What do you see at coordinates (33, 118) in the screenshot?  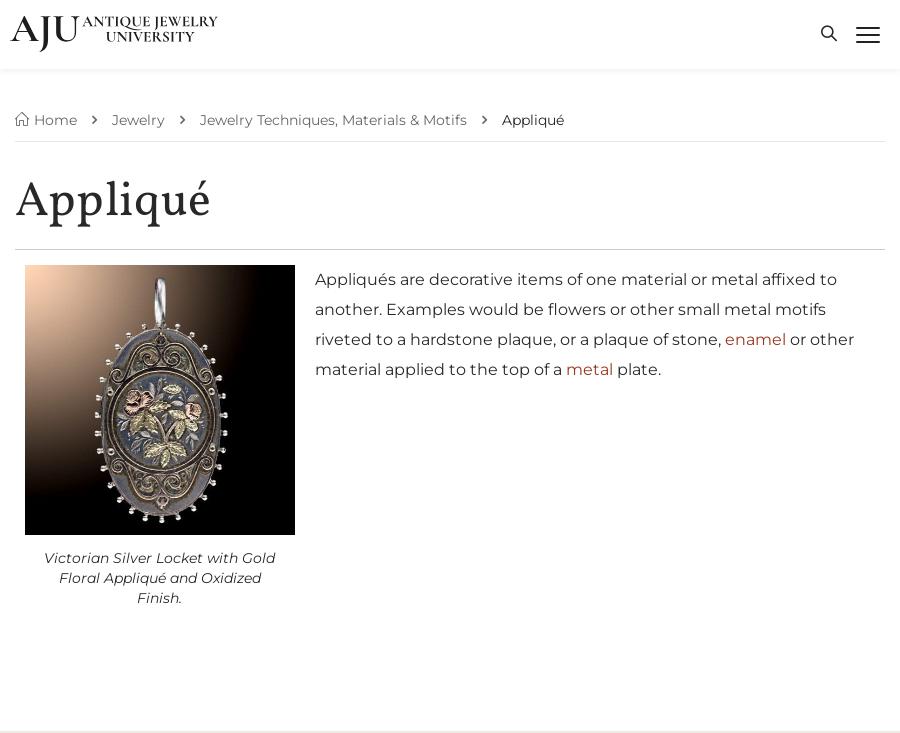 I see `'Home'` at bounding box center [33, 118].